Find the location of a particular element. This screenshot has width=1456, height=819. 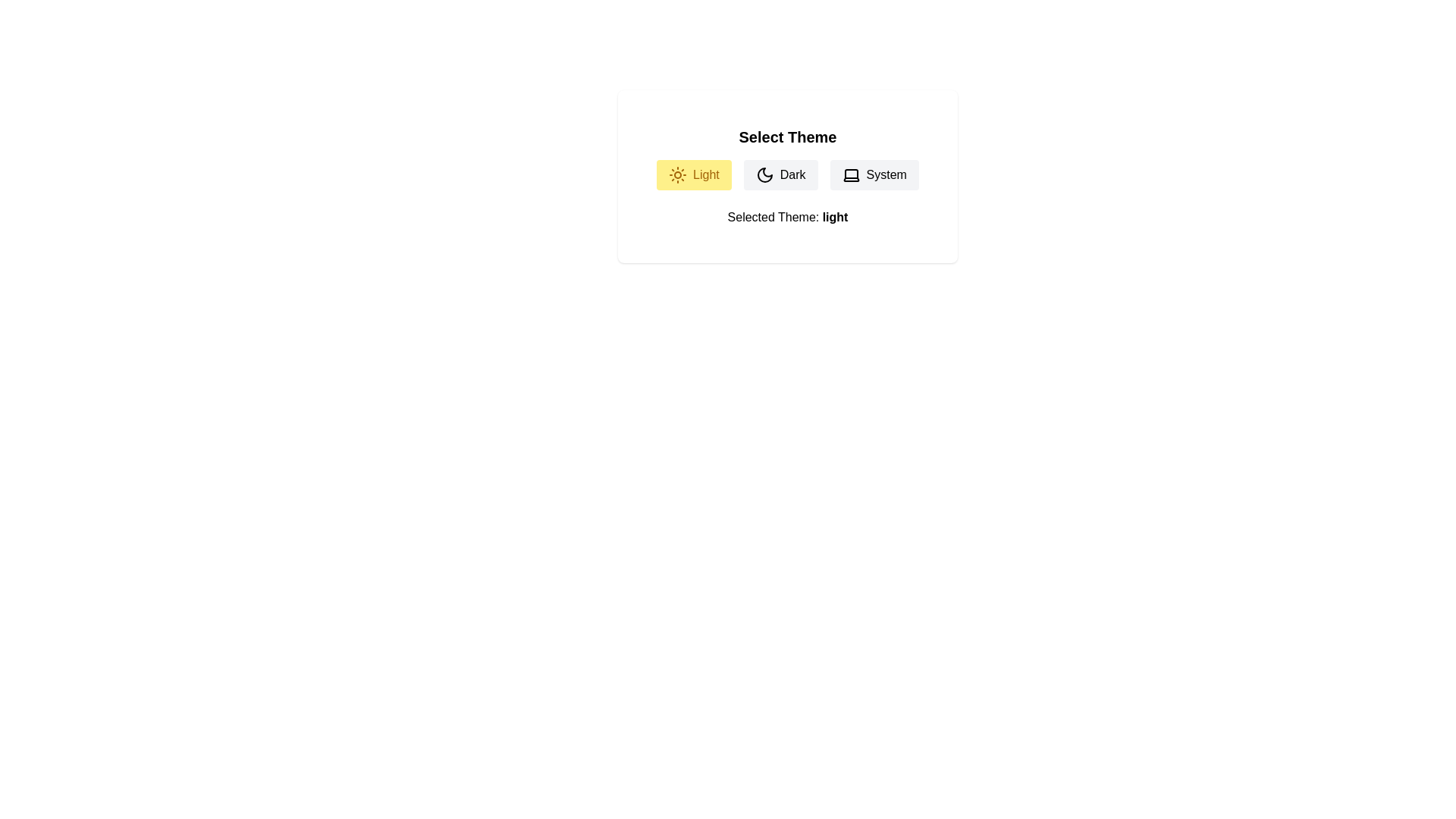

the 'Light' button to select the light theme is located at coordinates (693, 174).